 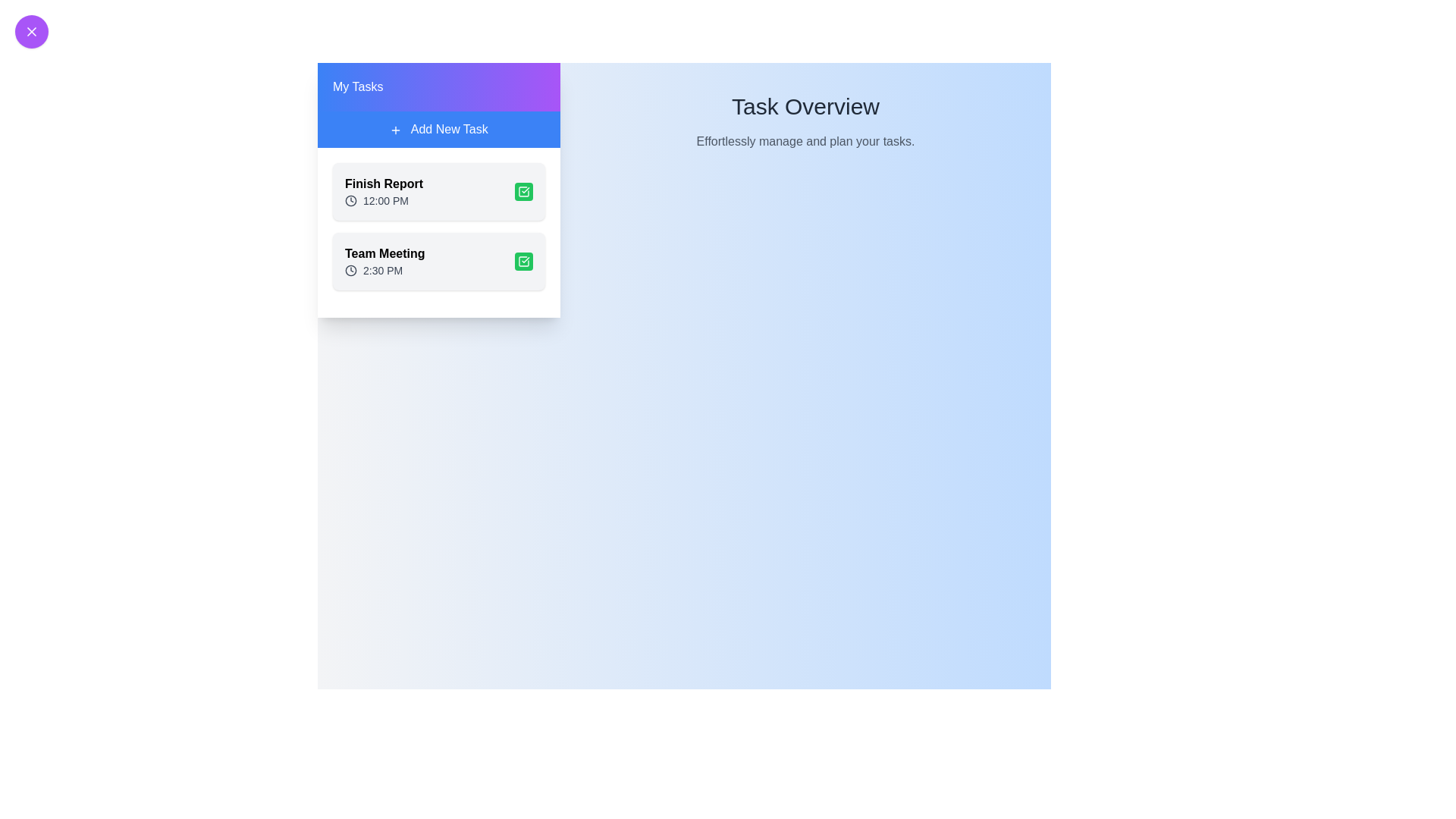 I want to click on the 'Task Overview' text to focus on it, so click(x=805, y=106).